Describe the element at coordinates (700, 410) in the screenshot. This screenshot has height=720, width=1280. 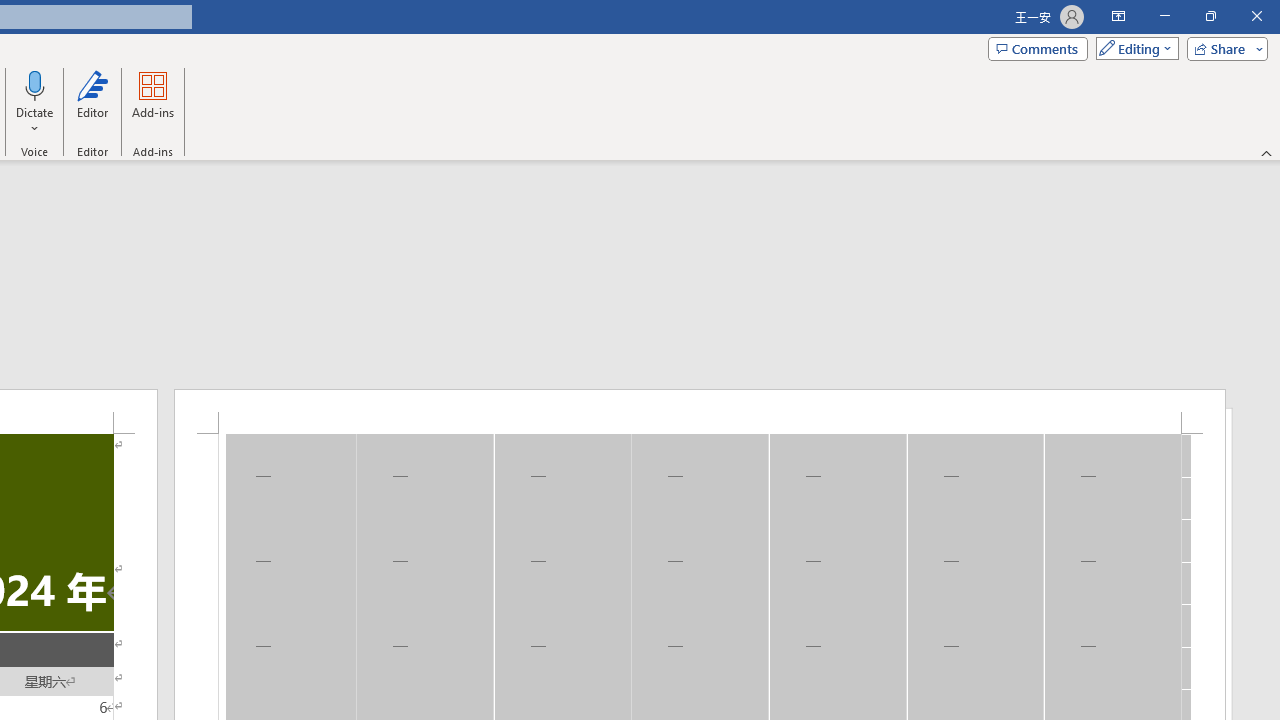
I see `'Header -Section 1-'` at that location.